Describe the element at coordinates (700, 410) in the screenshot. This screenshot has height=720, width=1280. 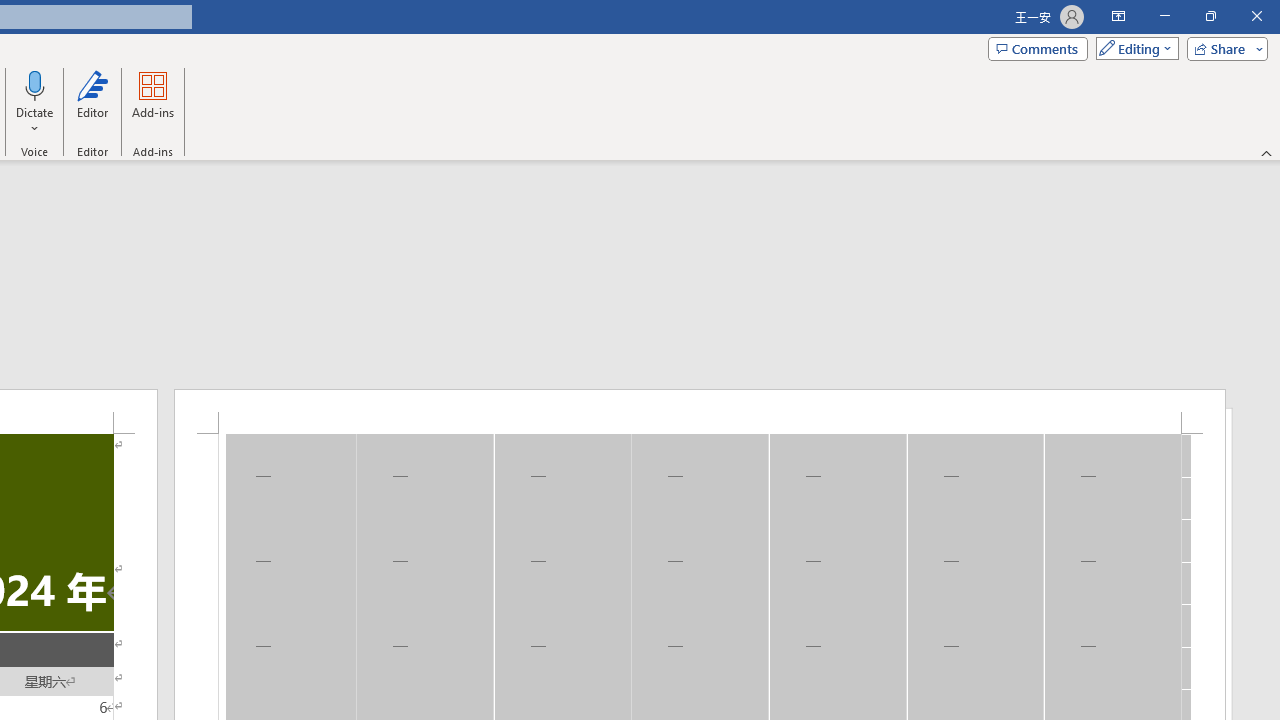
I see `'Header -Section 1-'` at that location.